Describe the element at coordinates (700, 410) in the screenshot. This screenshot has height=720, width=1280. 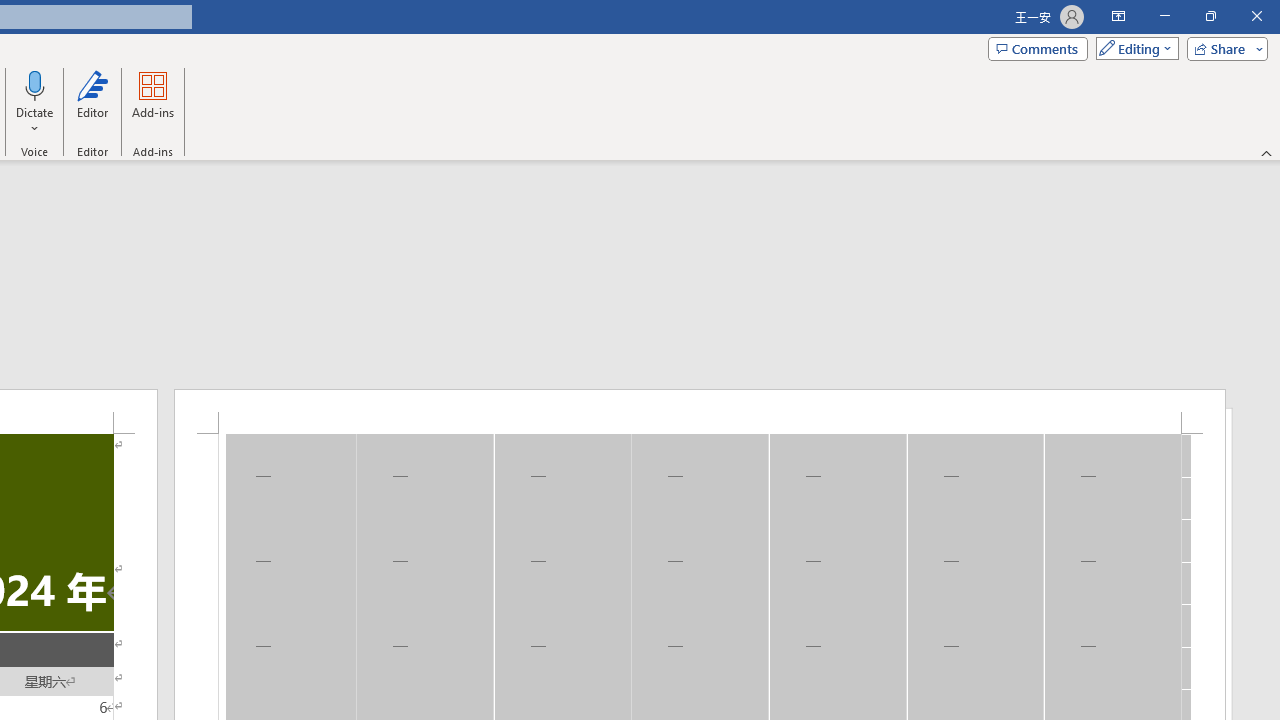
I see `'Header -Section 1-'` at that location.